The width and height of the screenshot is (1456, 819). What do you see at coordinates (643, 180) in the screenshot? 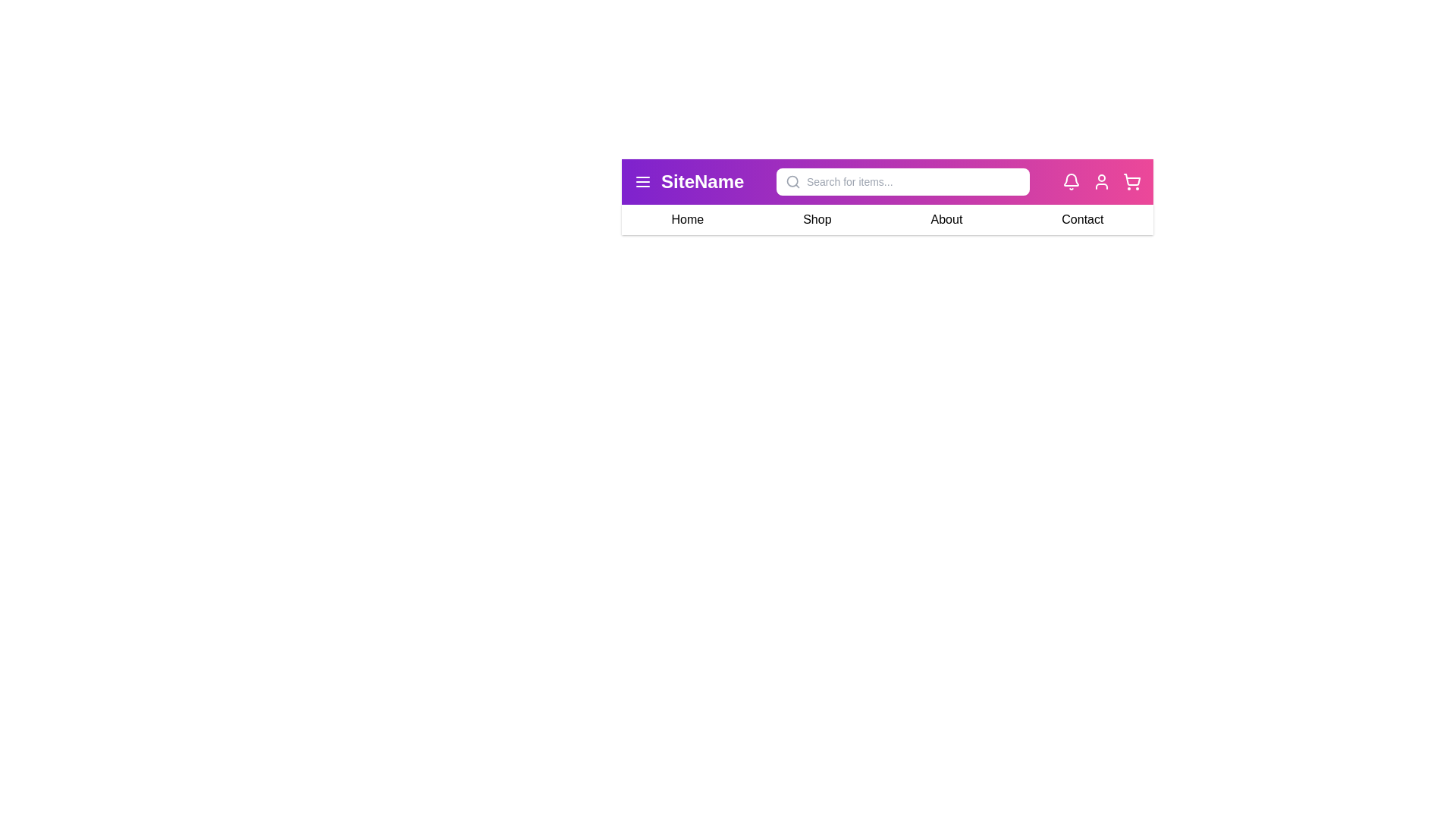
I see `menu button to toggle the navigation menu visibility` at bounding box center [643, 180].